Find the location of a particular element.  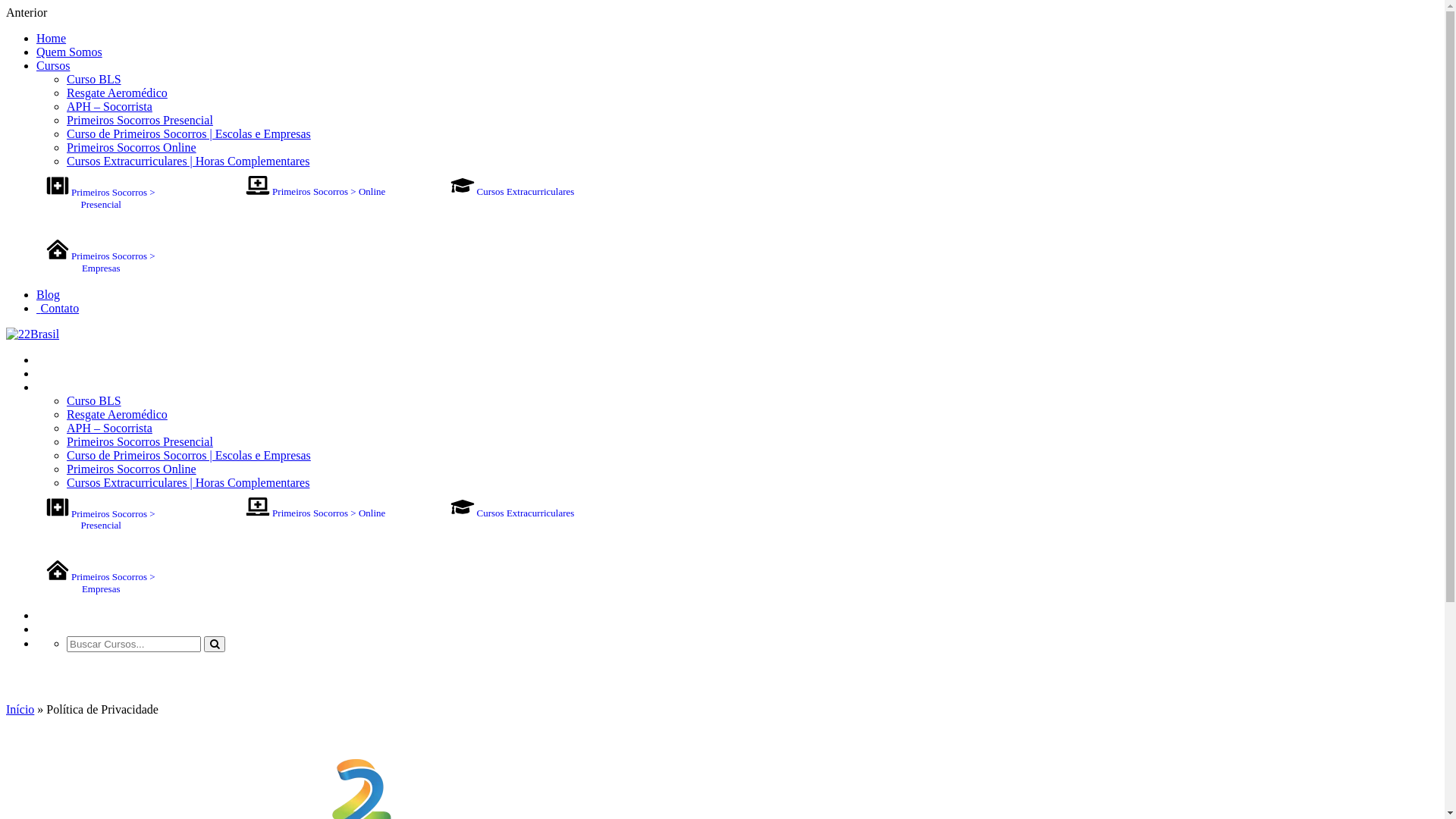

'Cursos' is located at coordinates (36, 64).